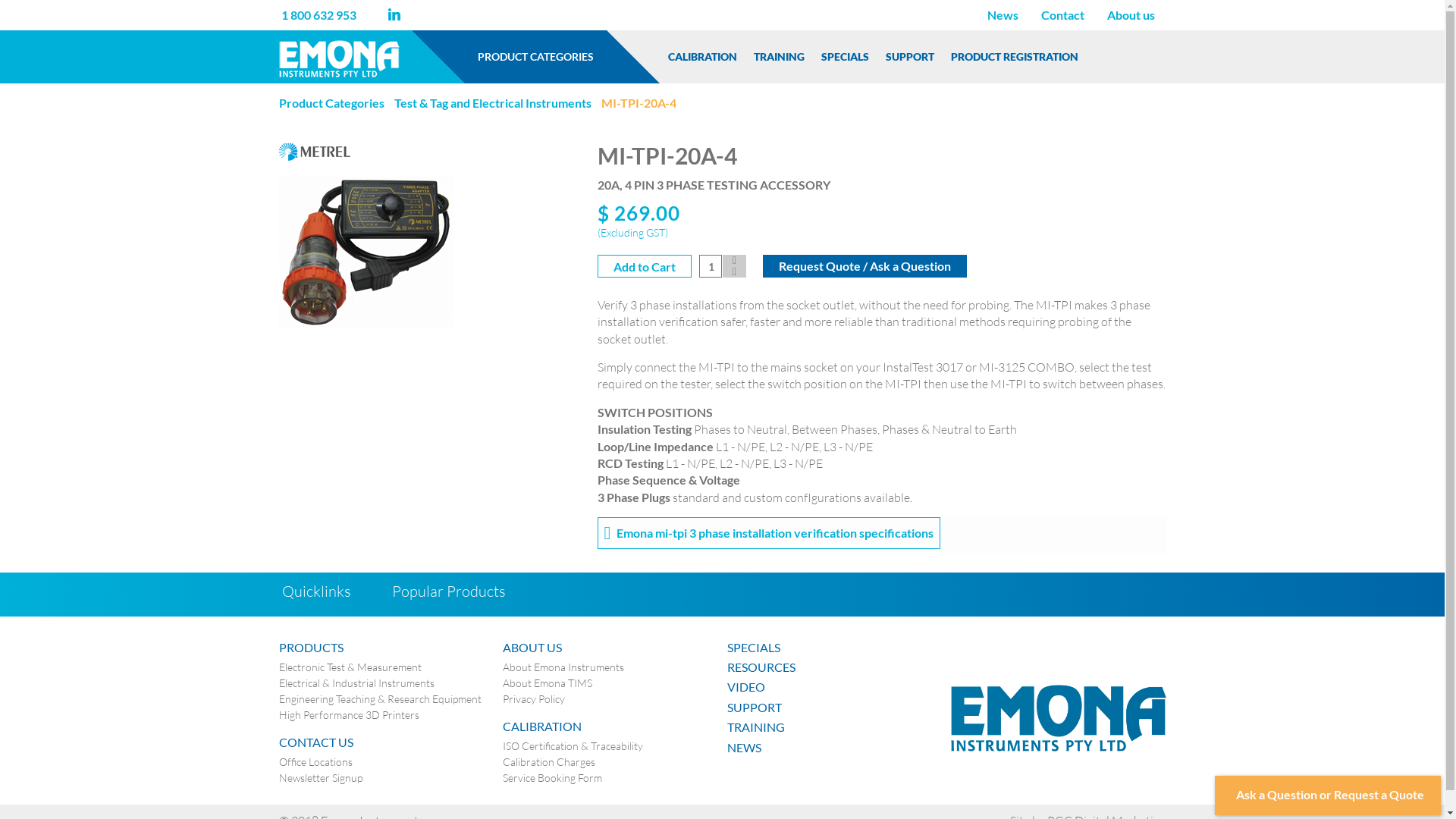 The image size is (1456, 819). Describe the element at coordinates (596, 265) in the screenshot. I see `'Add to Cart'` at that location.